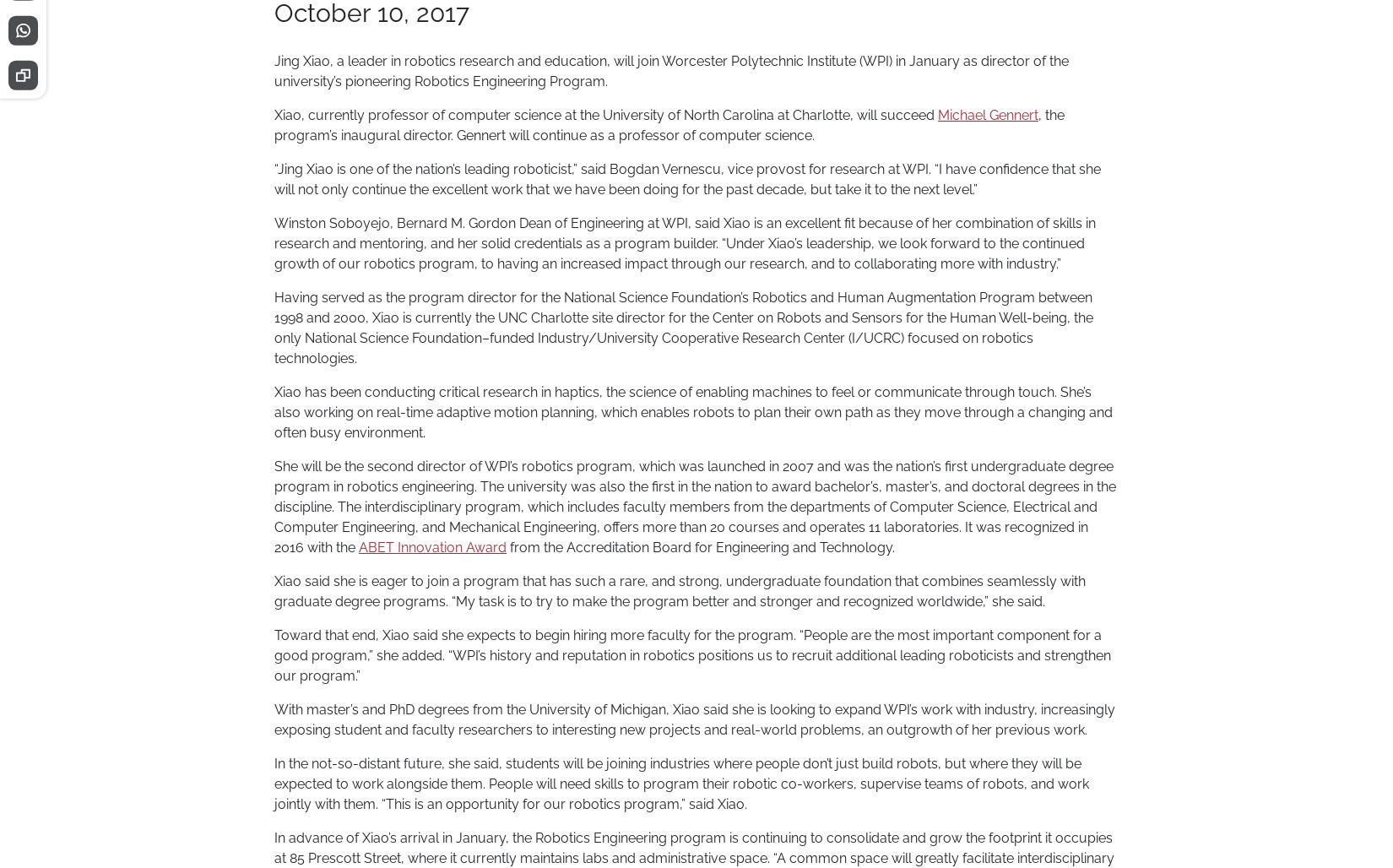 The image size is (1393, 868). What do you see at coordinates (684, 243) in the screenshot?
I see `'Winston Soboyejo, Bernard M. Gordon Dean of Engineering at WPI, said Xiao is an excellent fit because of her combination of skills in research and mentoring, and her solid credentials as a program builder. “Under Xiao’s leadership, we look forward to the continued growth of our robotics program, to having an increased impact through our research, and to collaborating more with industry.”'` at bounding box center [684, 243].